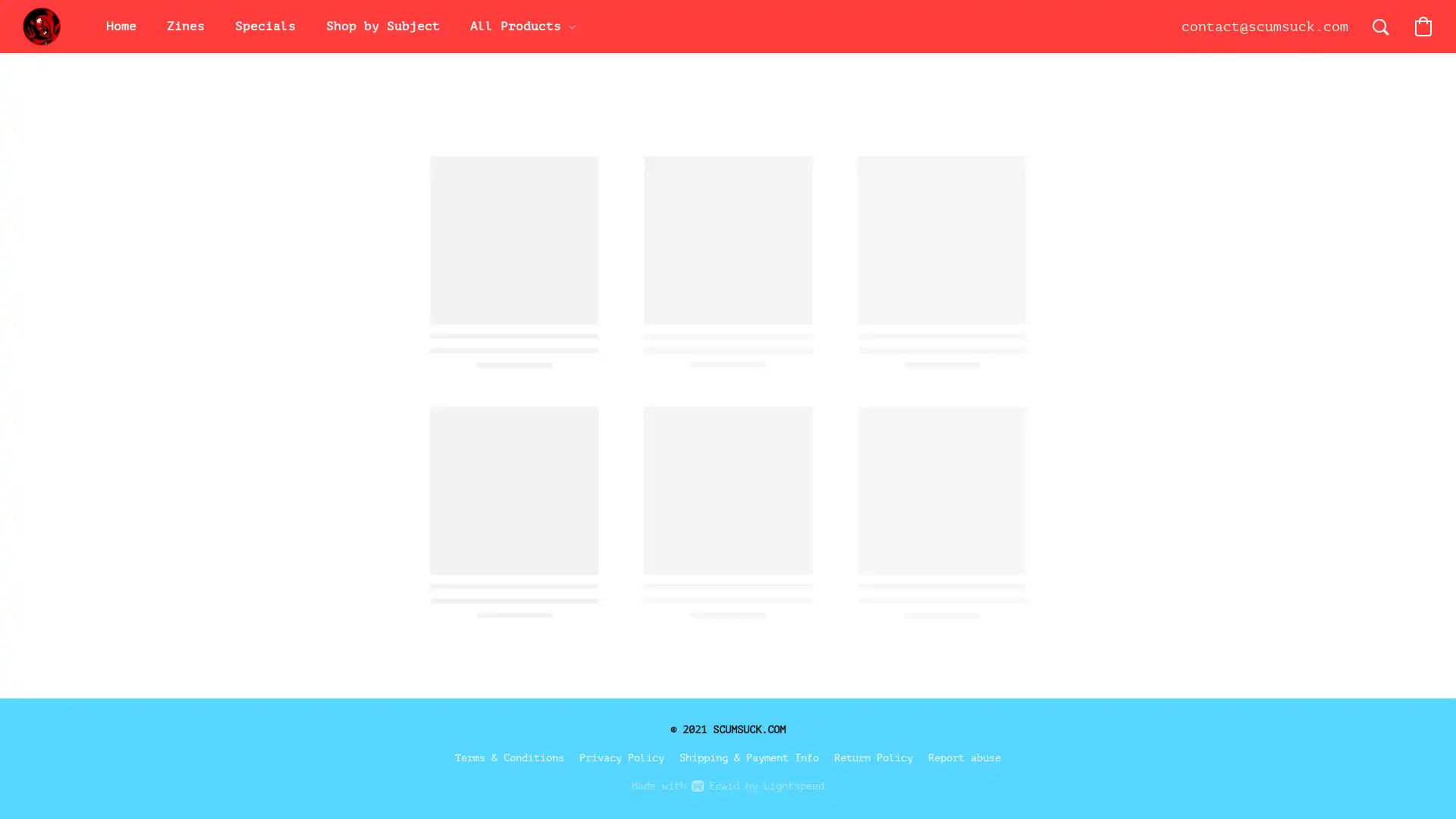  Describe the element at coordinates (1241, 540) in the screenshot. I see `Accept Only Essential Cookies` at that location.